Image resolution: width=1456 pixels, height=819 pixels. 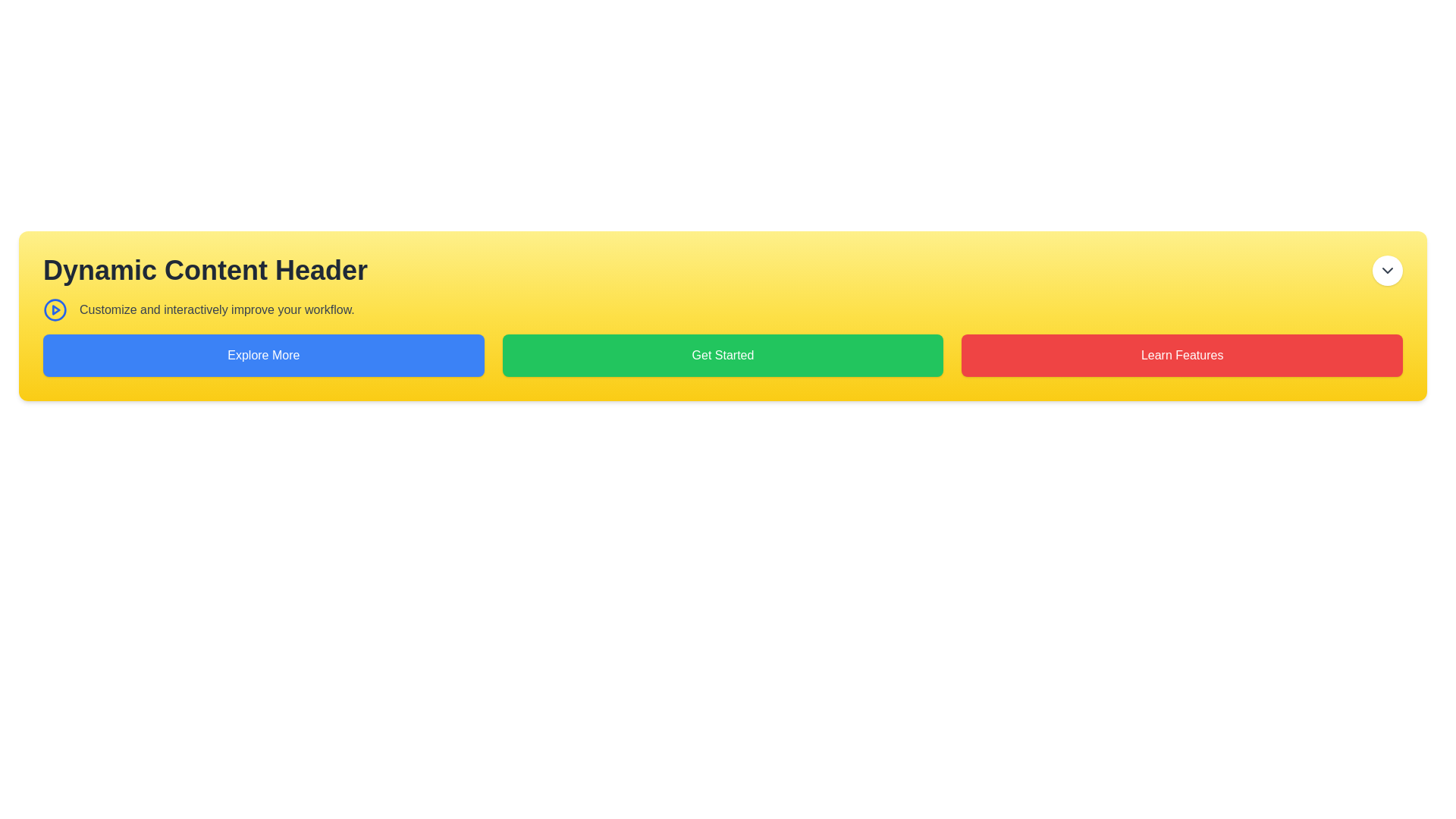 What do you see at coordinates (1387, 270) in the screenshot?
I see `the downward-pointing chevron icon in the circular button located at the top right corner of the yellow panel` at bounding box center [1387, 270].